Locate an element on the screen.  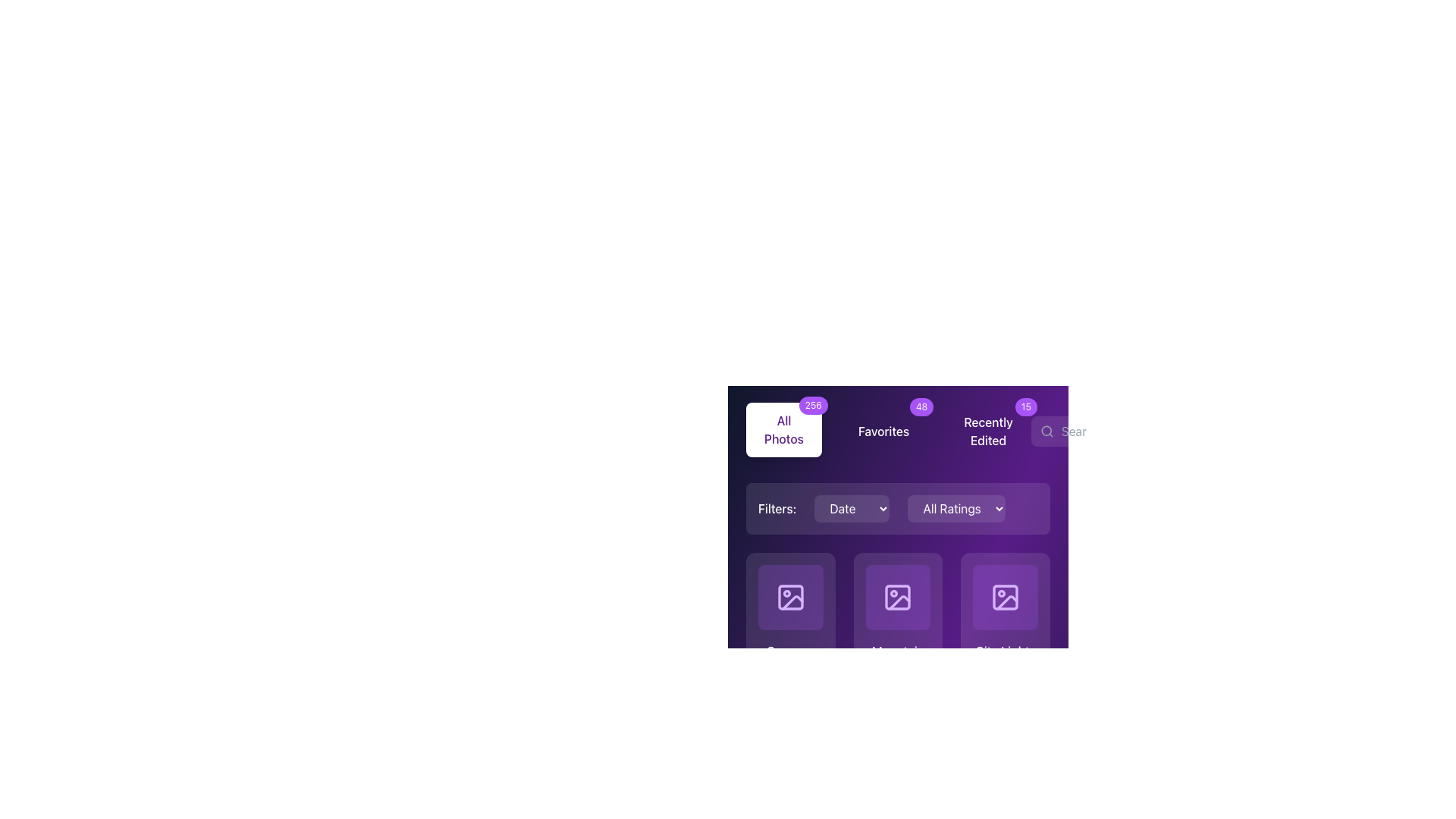
the button labeled 'Favorites' in the horizontal navigation menu is located at coordinates (898, 431).